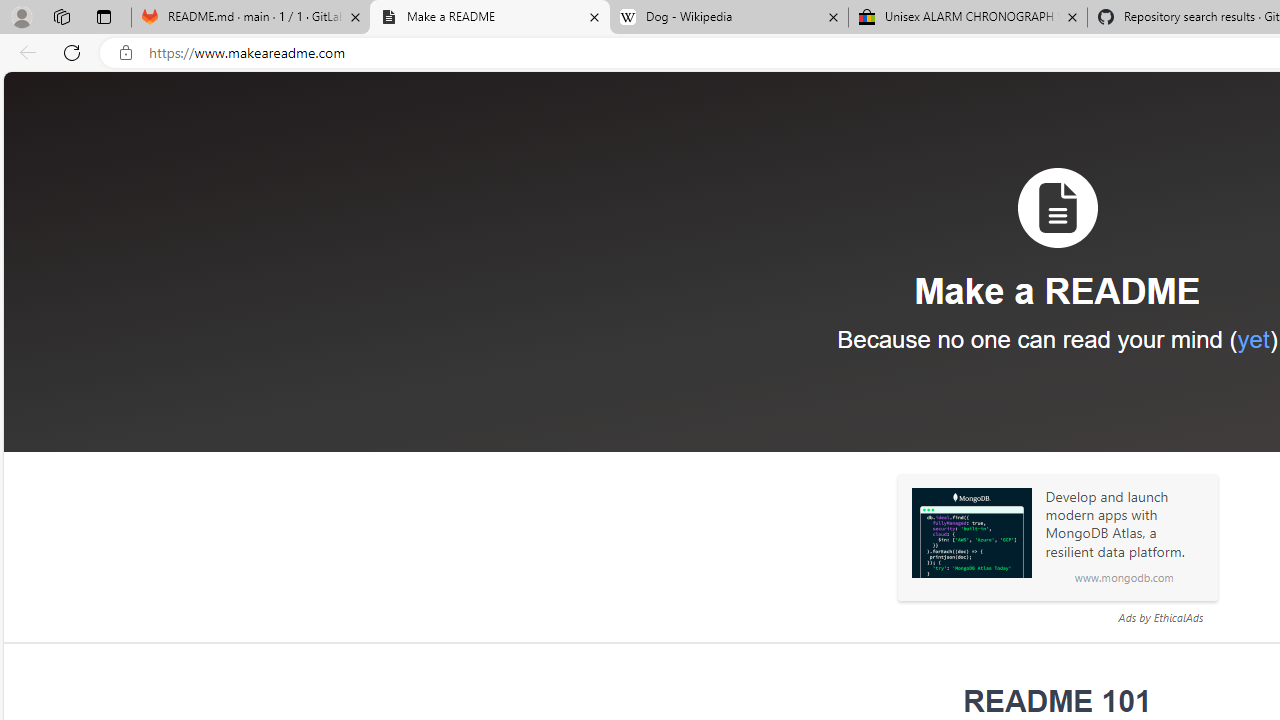  I want to click on 'Dog - Wikipedia', so click(728, 17).